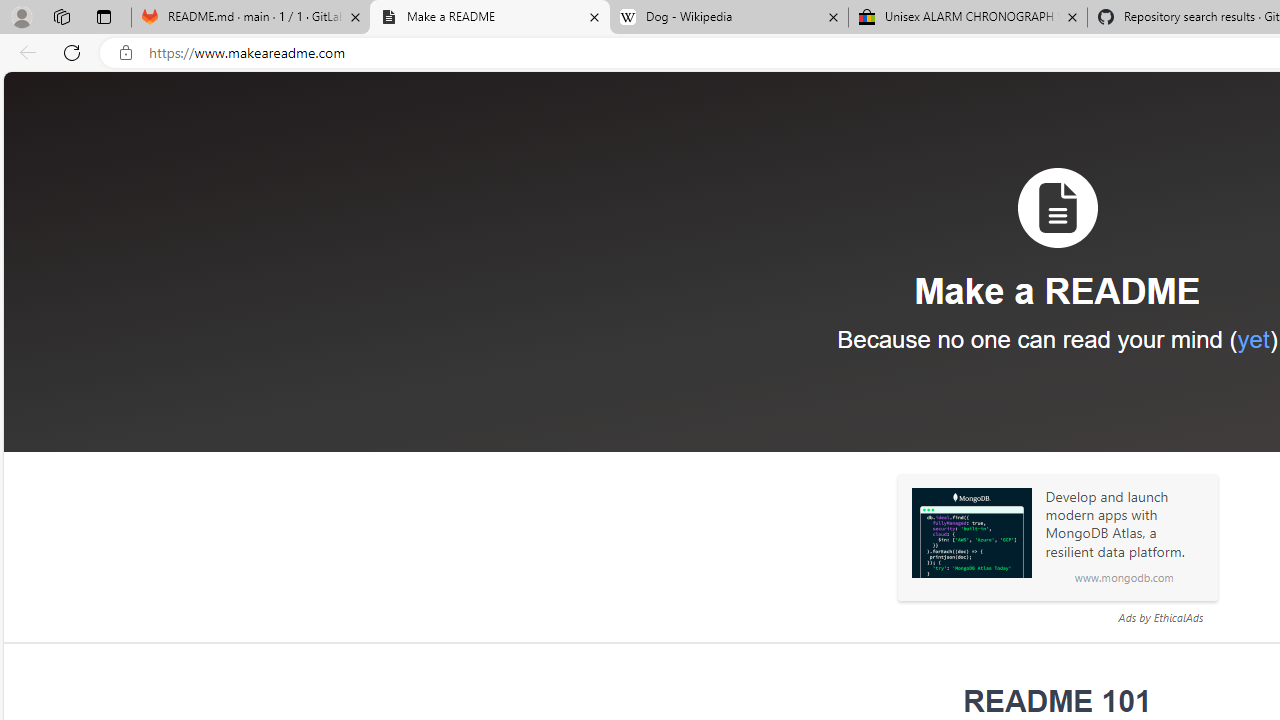  I want to click on 'Dog - Wikipedia', so click(728, 17).